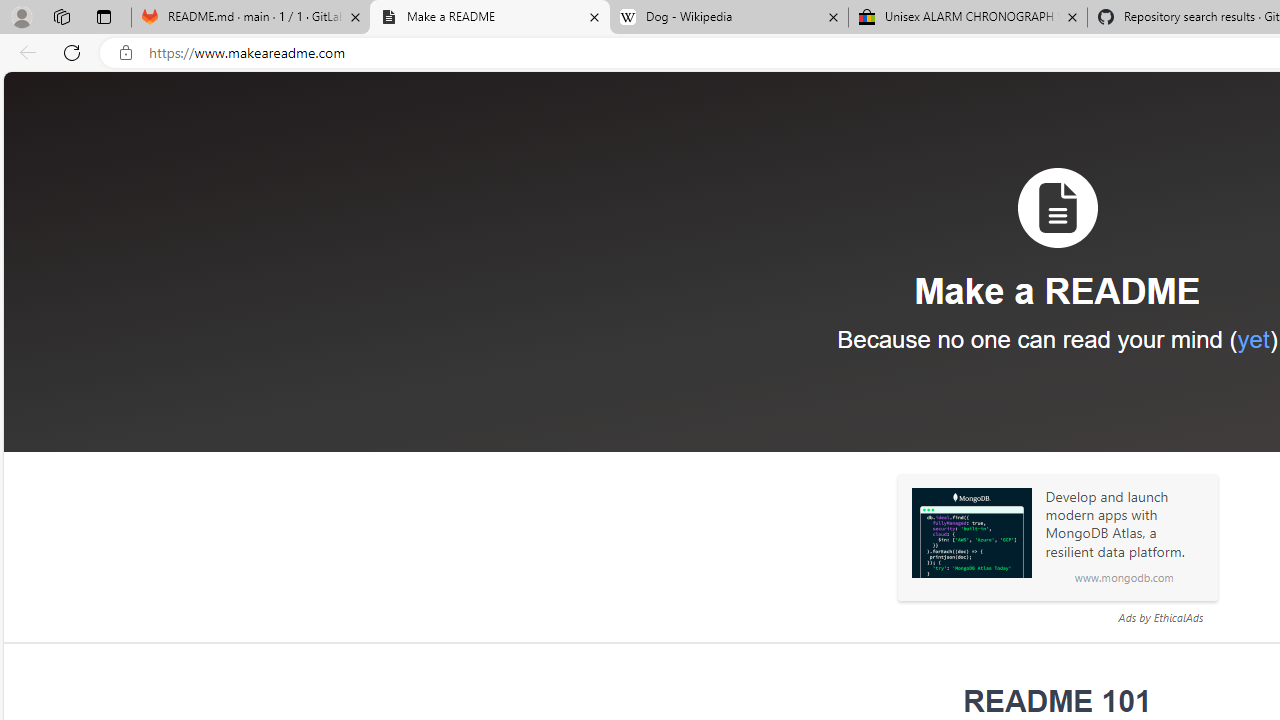  I want to click on 'Dog - Wikipedia', so click(728, 17).